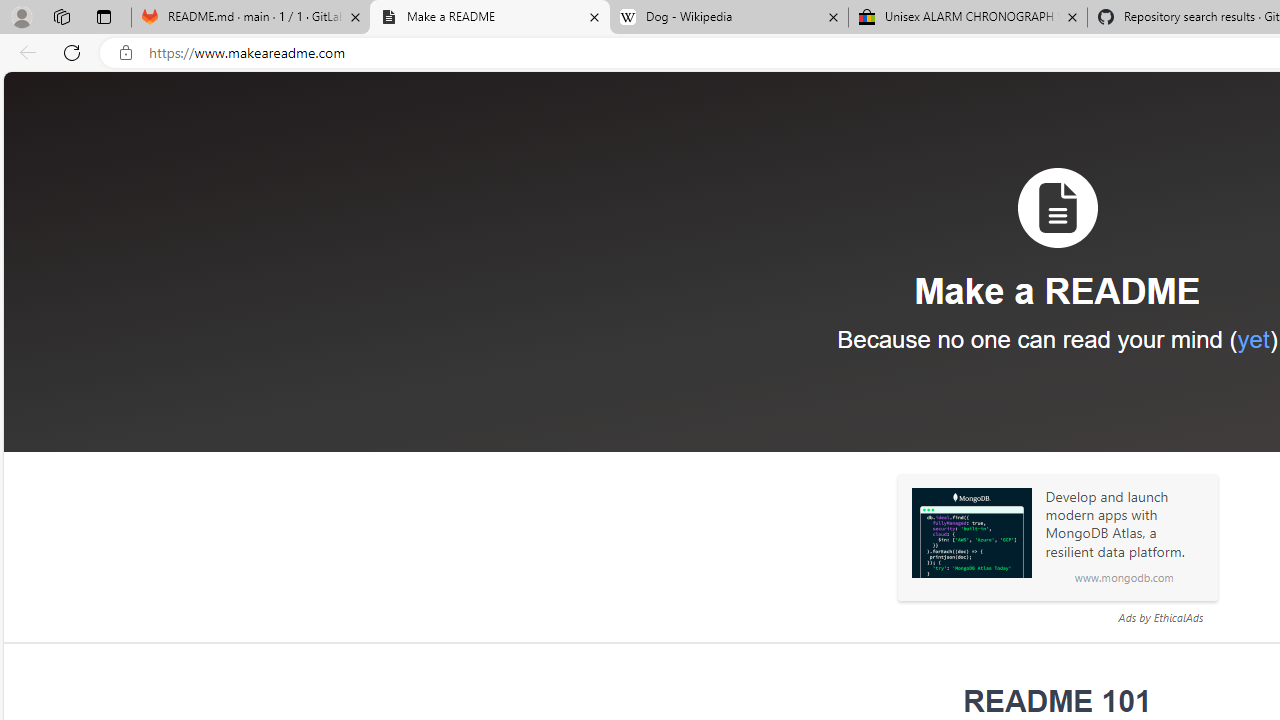  I want to click on 'Dog - Wikipedia', so click(728, 17).